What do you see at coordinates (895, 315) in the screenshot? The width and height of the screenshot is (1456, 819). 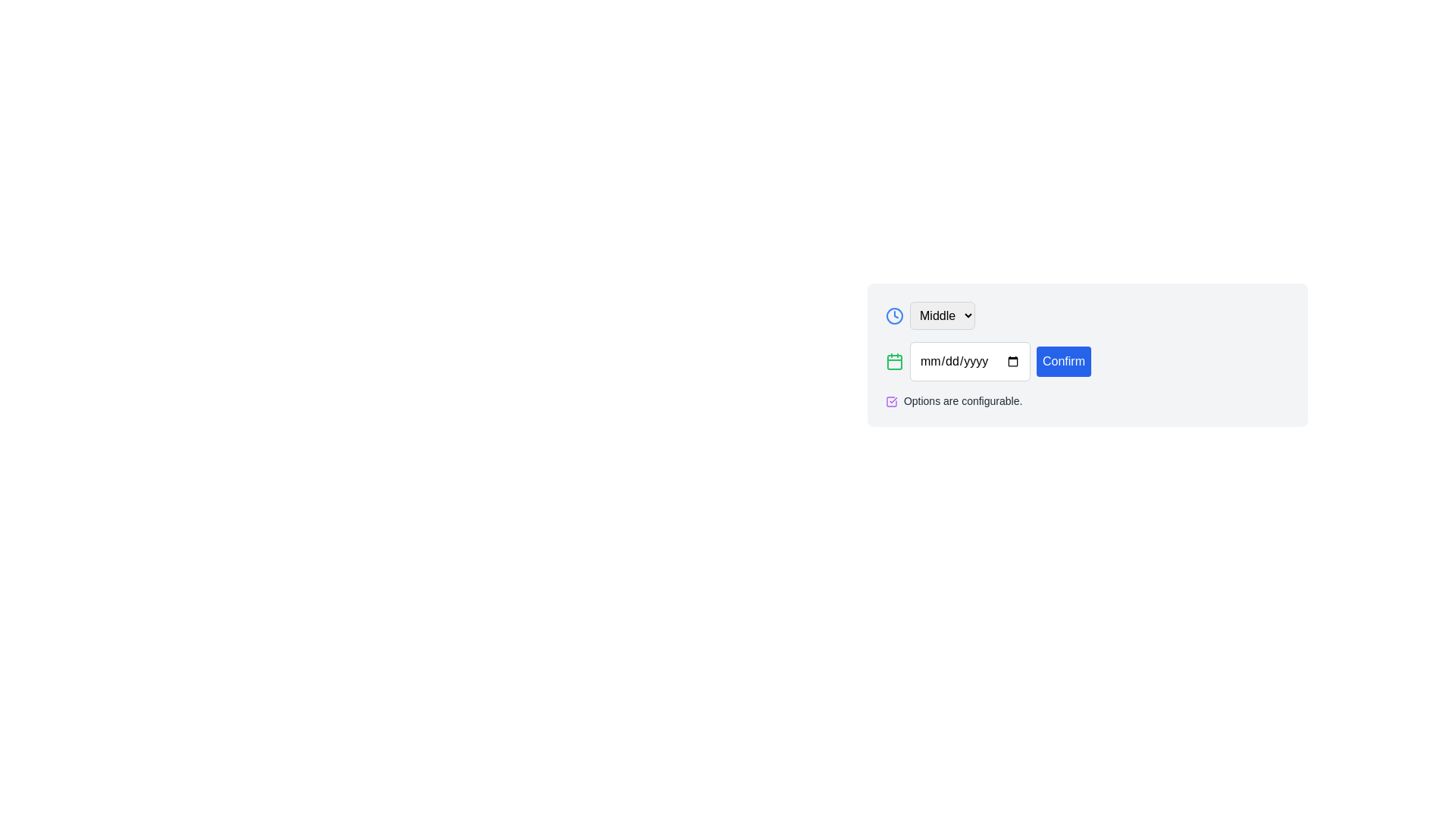 I see `the outermost circular component of the clock icon located in the top-left corner of the interface section` at bounding box center [895, 315].